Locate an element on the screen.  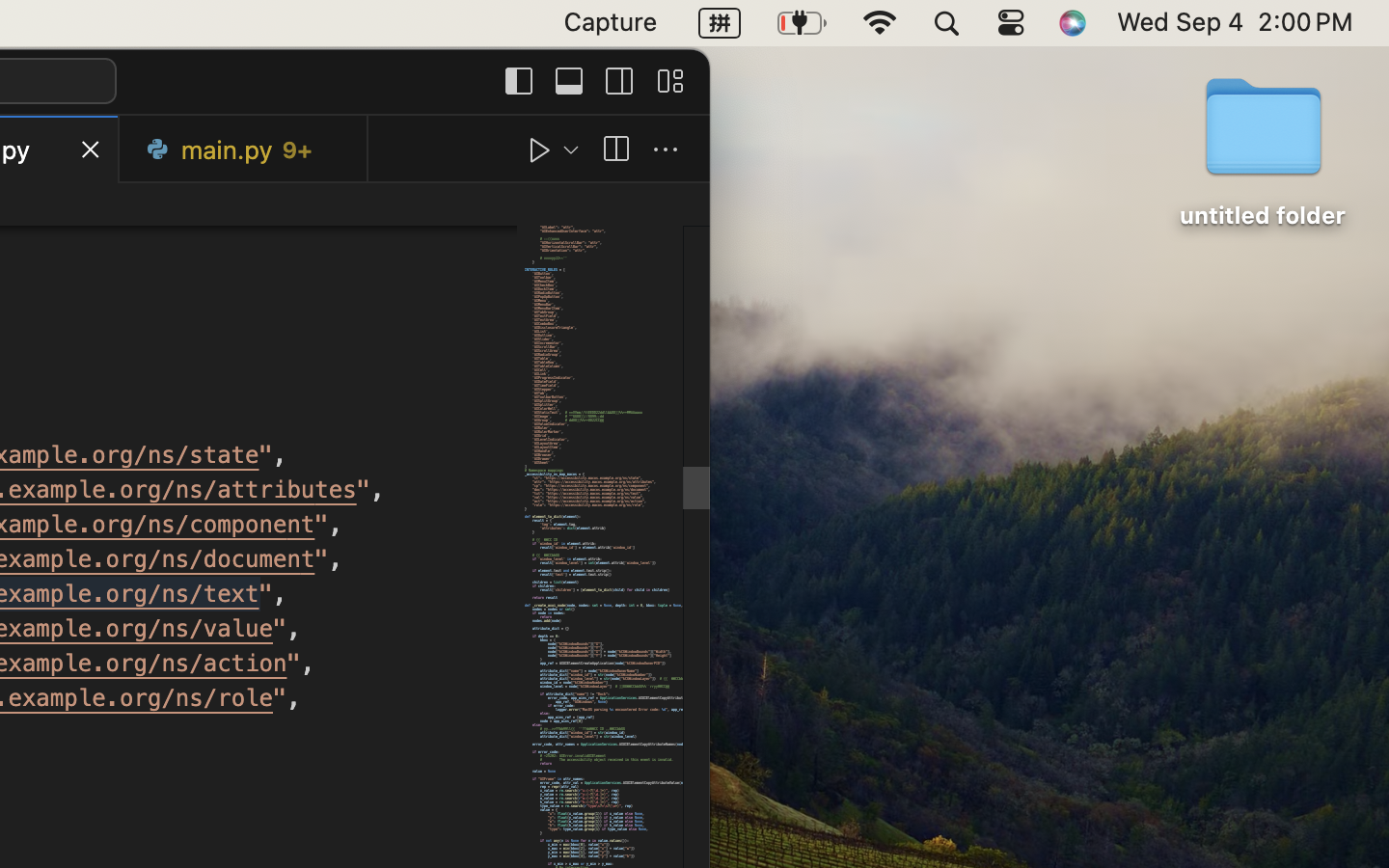
'' is located at coordinates (666, 149).